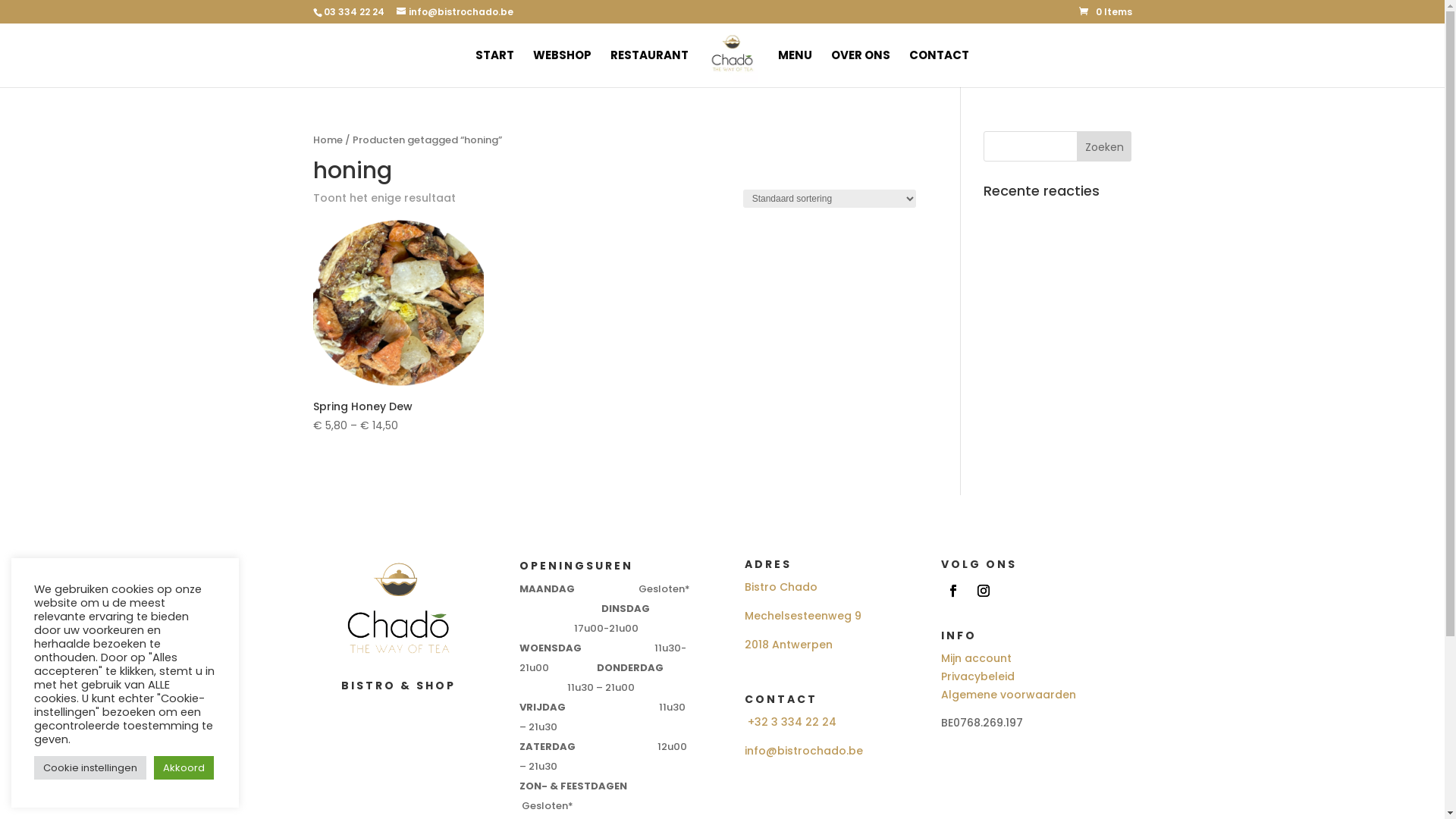 Image resolution: width=1456 pixels, height=819 pixels. Describe the element at coordinates (610, 68) in the screenshot. I see `'RESTAURANT'` at that location.